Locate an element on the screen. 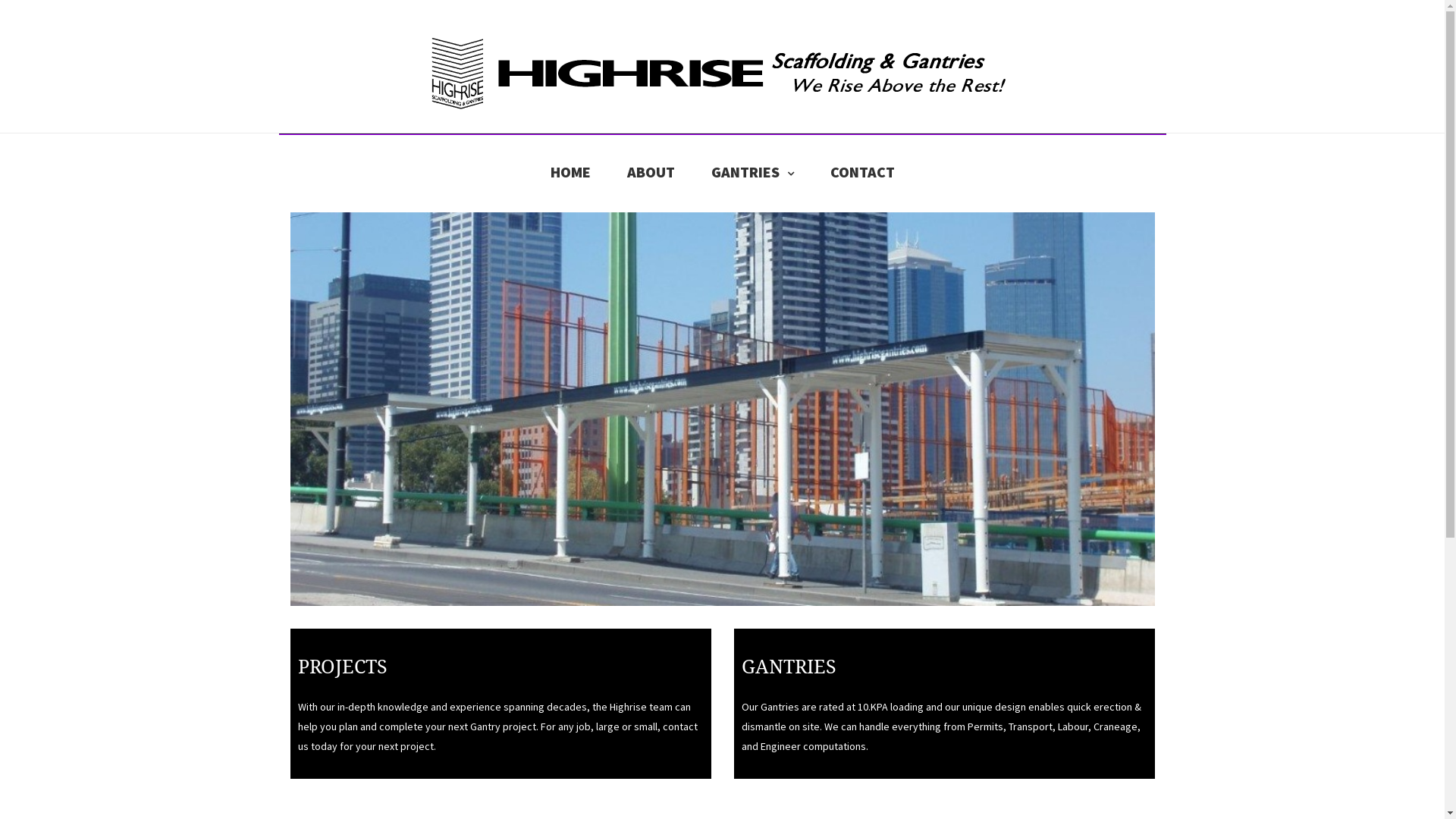 The width and height of the screenshot is (1456, 819). 'HOME' is located at coordinates (549, 171).